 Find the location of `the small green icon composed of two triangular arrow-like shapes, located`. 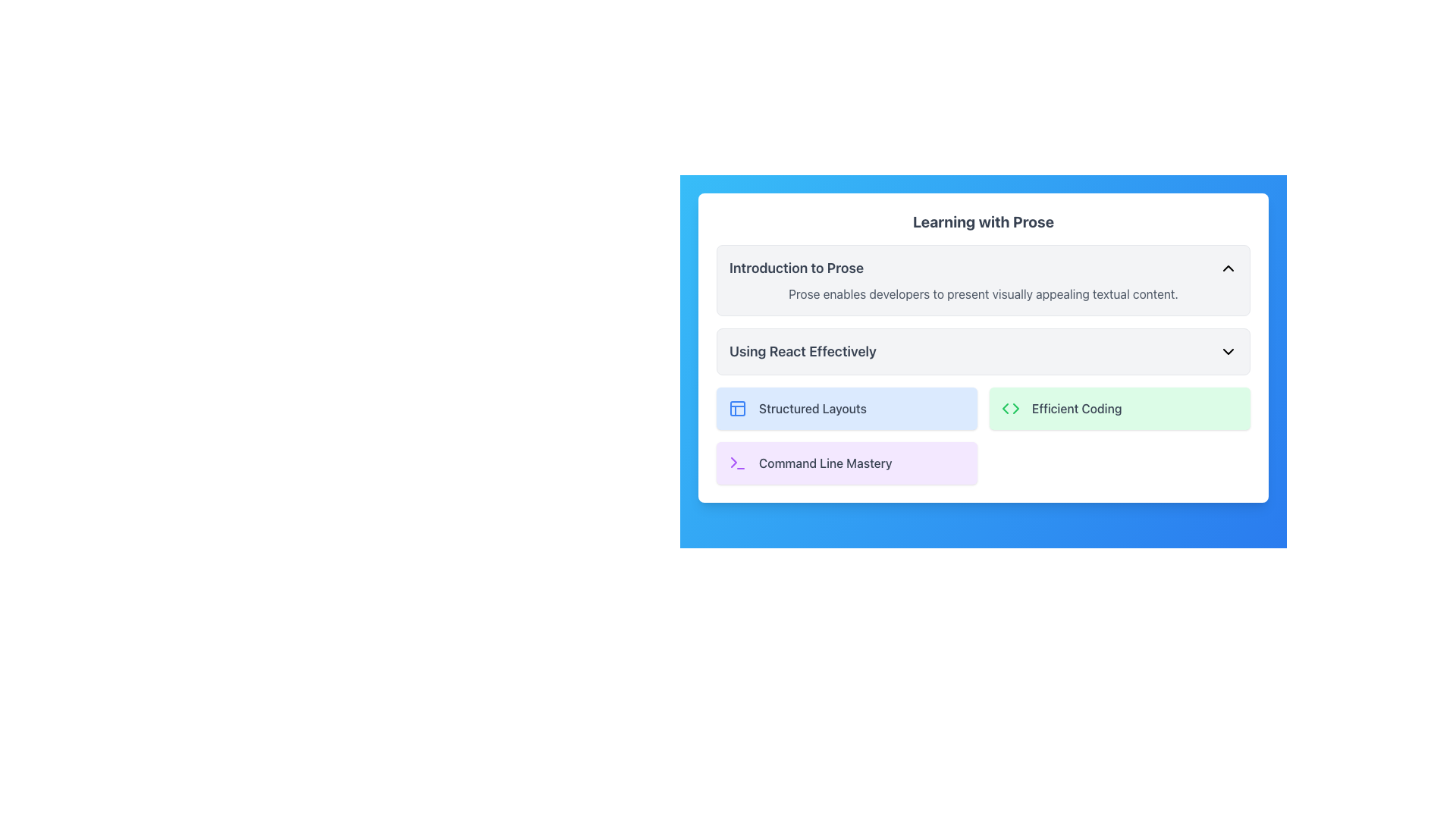

the small green icon composed of two triangular arrow-like shapes, located is located at coordinates (1011, 408).